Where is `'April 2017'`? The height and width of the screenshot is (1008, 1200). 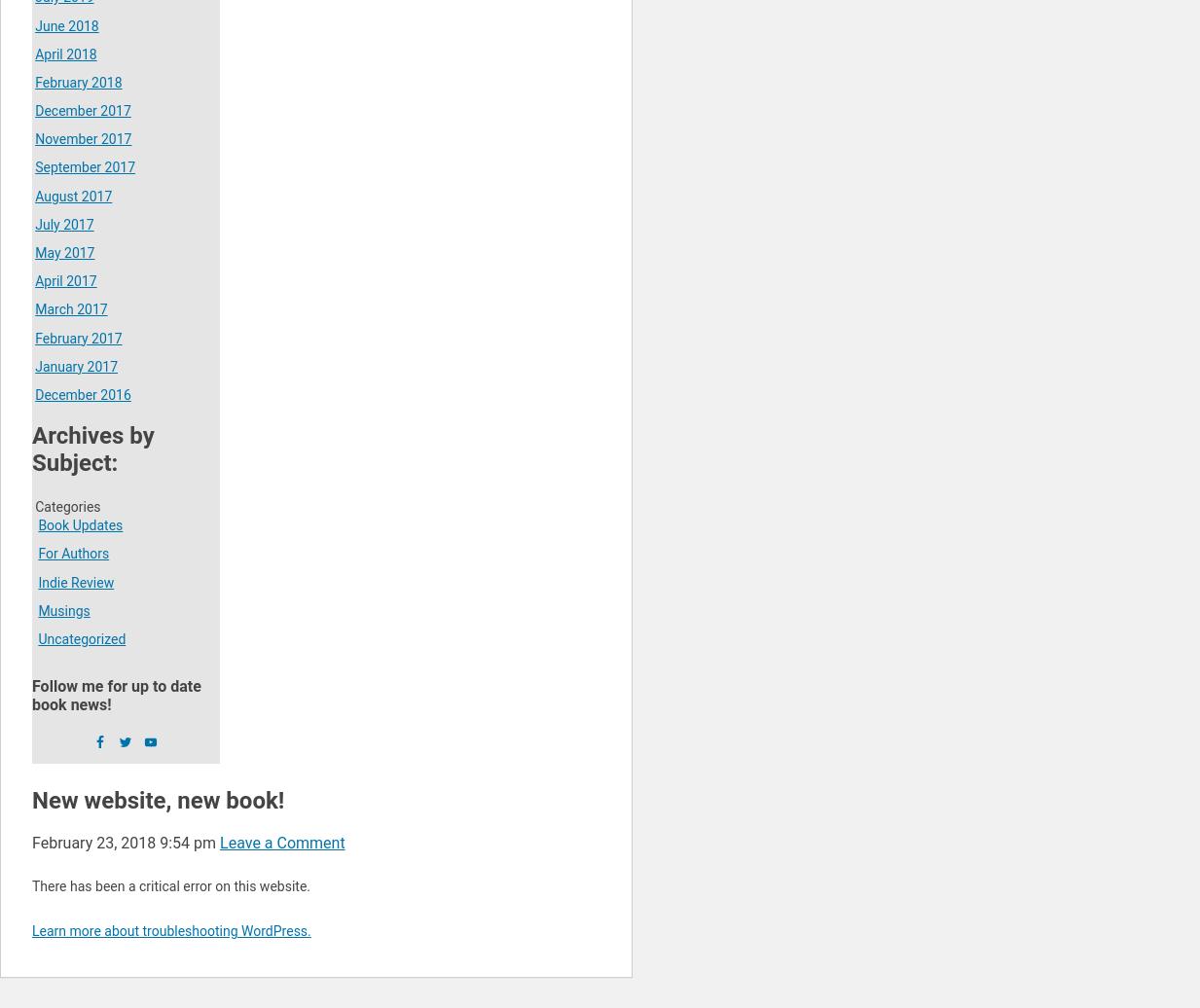
'April 2017' is located at coordinates (64, 281).